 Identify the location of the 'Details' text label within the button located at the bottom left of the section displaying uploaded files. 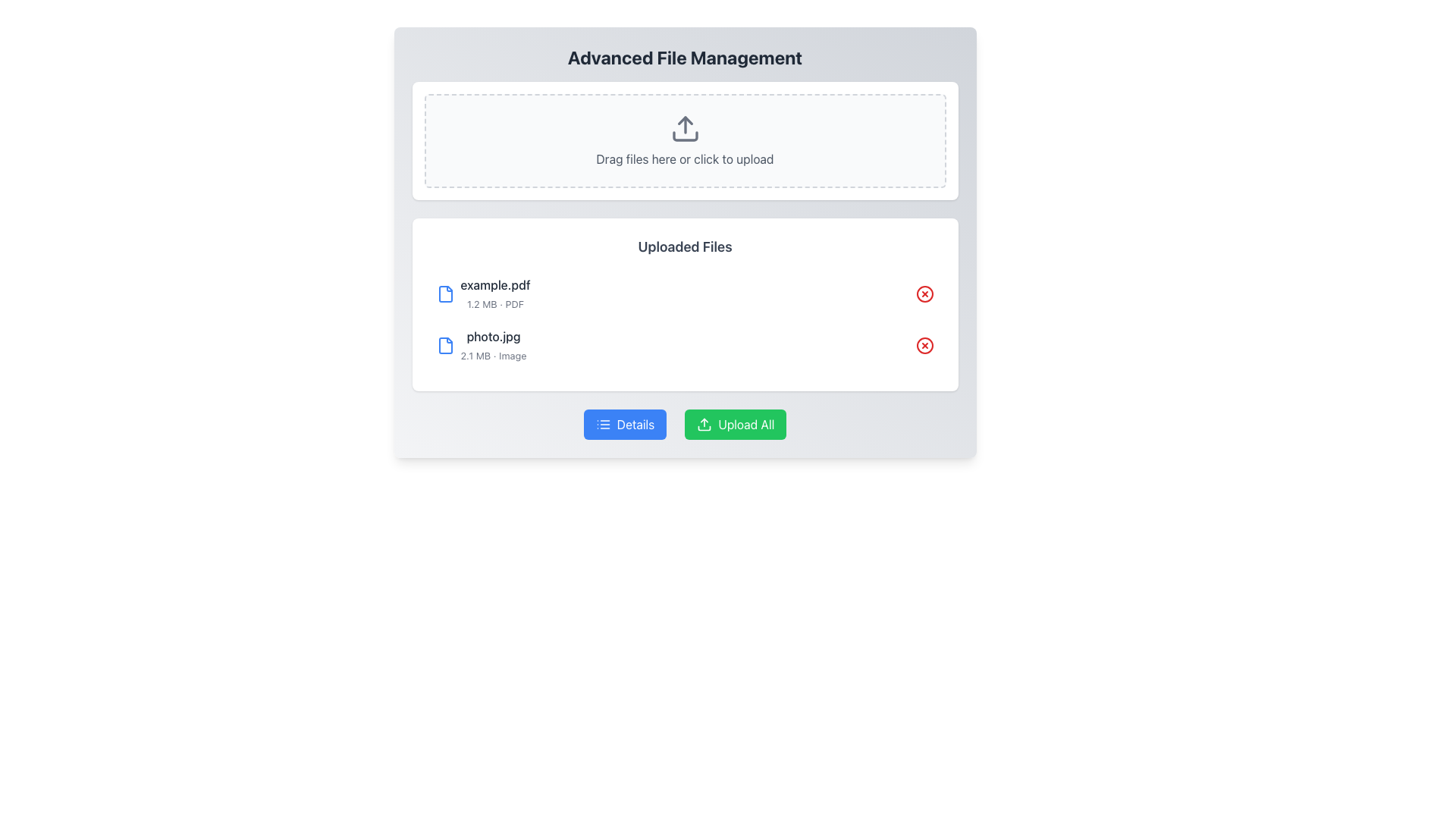
(635, 424).